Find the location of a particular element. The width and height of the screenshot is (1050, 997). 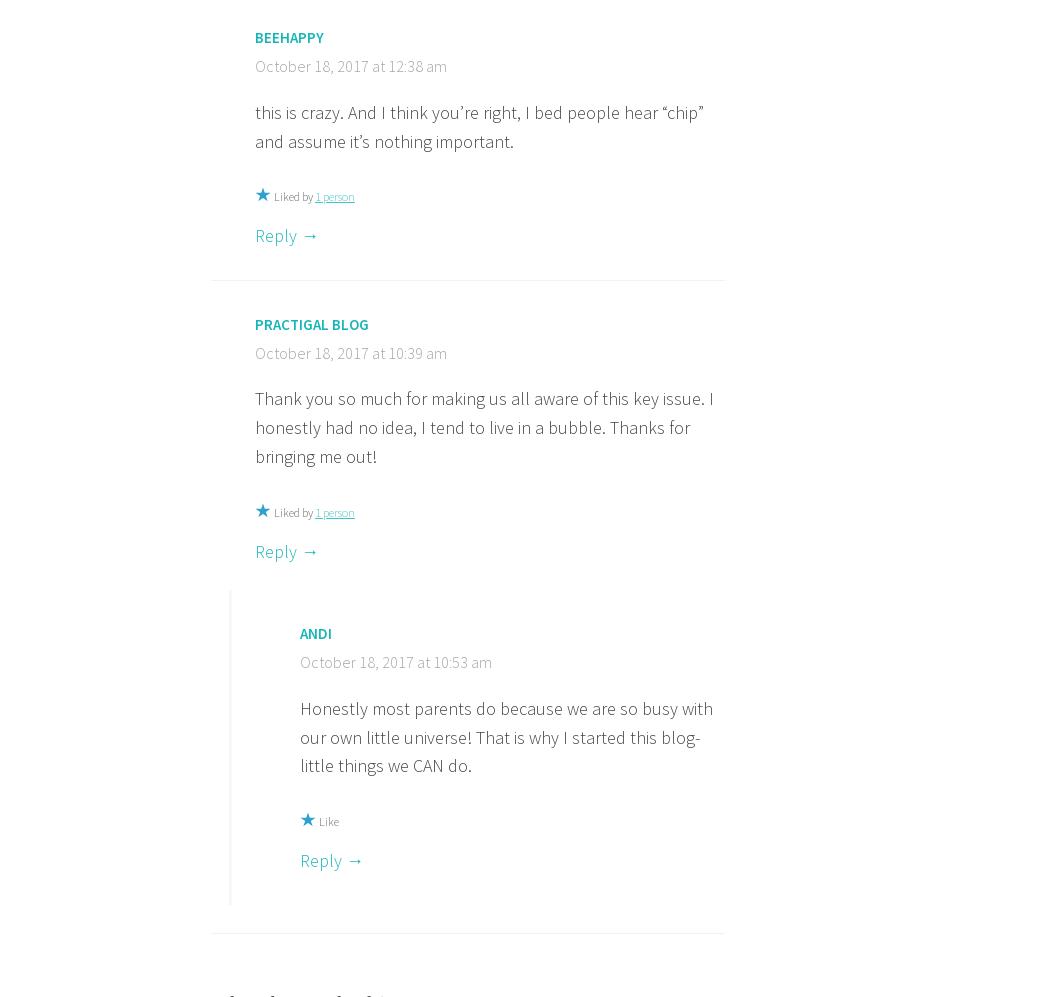

'October 18, 2017 at 12:38 am' is located at coordinates (350, 65).